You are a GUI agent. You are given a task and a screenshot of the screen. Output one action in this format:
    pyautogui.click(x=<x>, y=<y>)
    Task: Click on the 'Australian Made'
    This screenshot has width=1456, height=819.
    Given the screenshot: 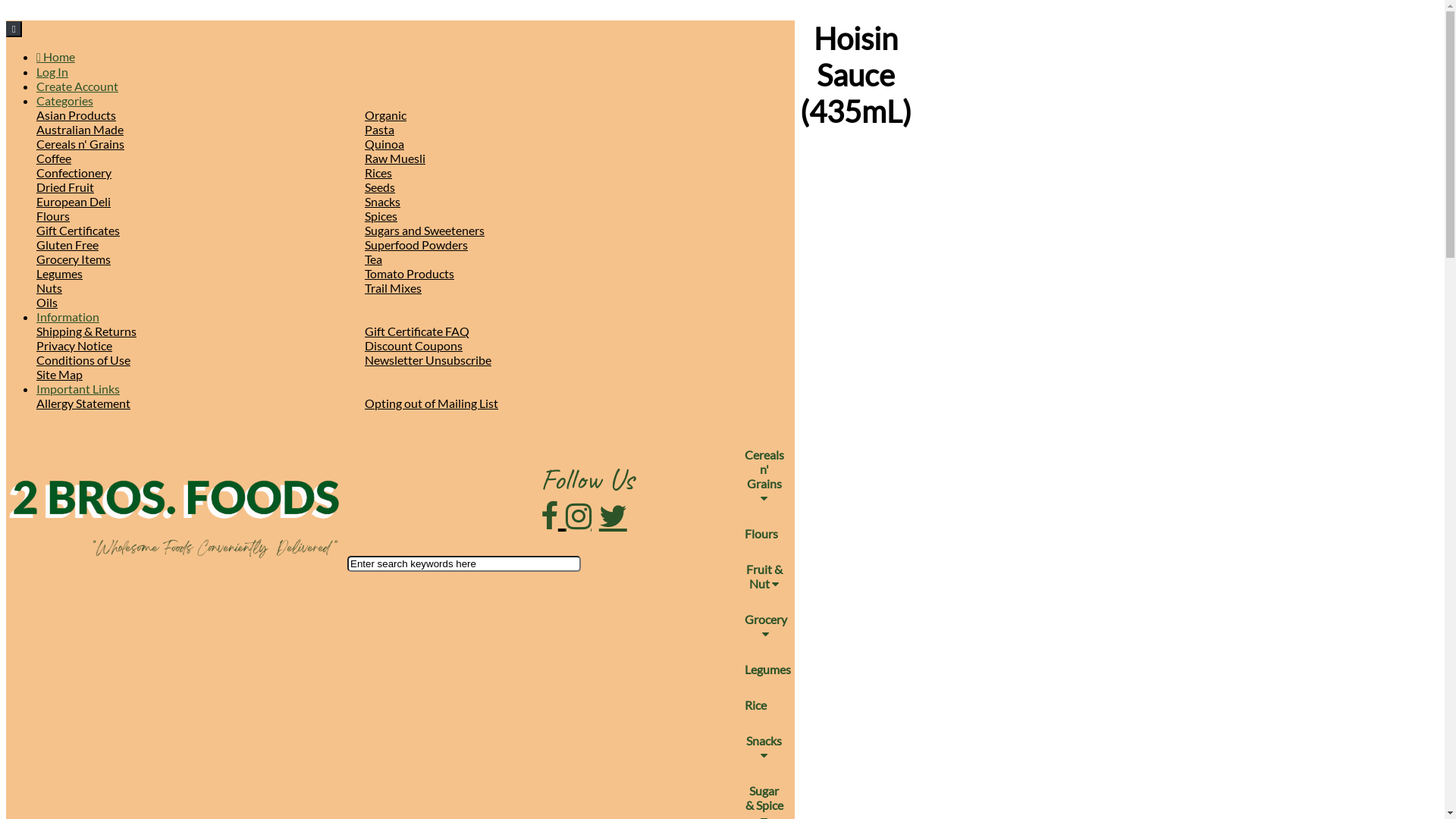 What is the action you would take?
    pyautogui.click(x=36, y=128)
    